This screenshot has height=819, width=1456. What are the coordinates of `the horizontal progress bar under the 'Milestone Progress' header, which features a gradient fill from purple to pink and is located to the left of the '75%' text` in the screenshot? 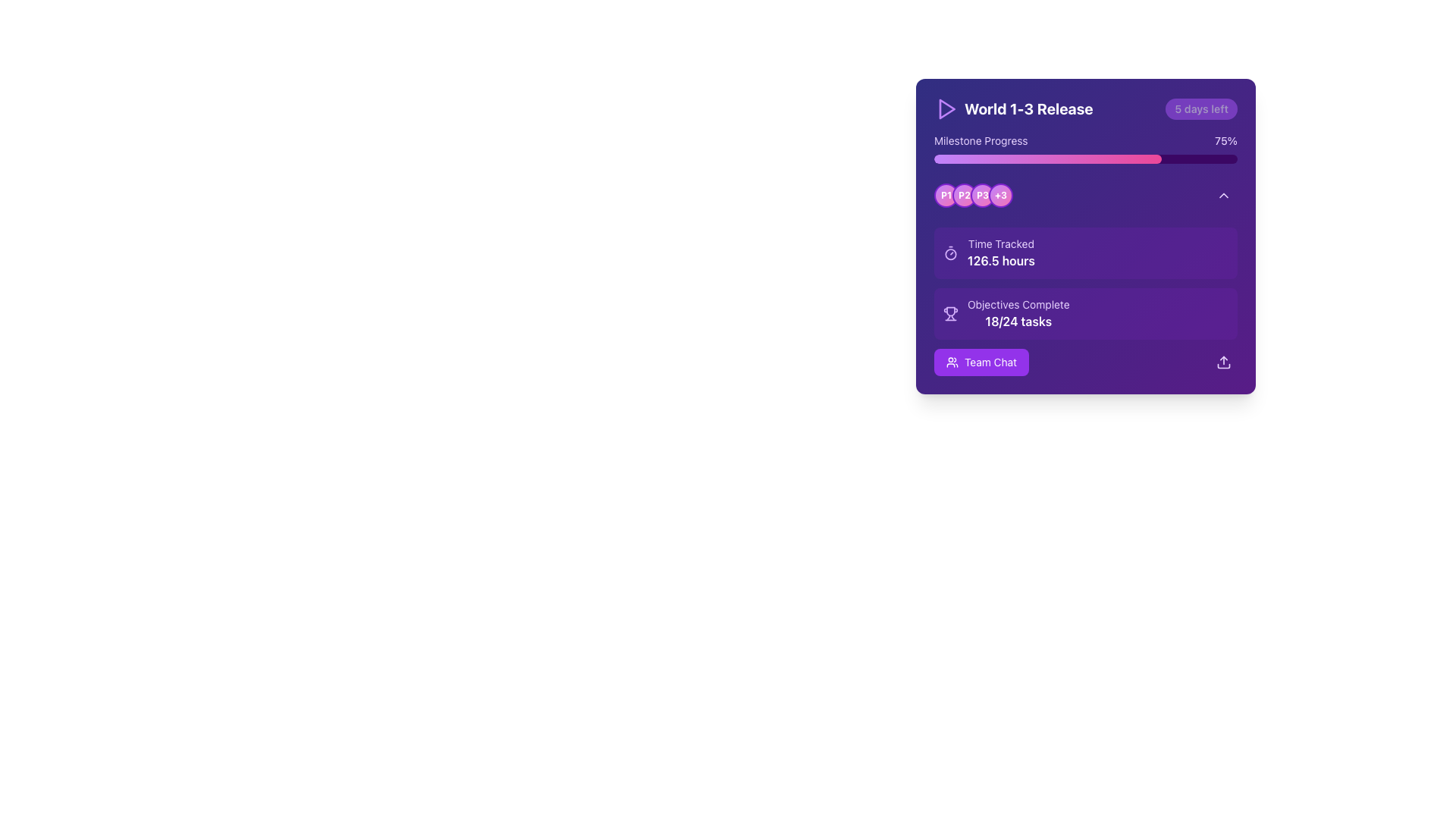 It's located at (1084, 158).